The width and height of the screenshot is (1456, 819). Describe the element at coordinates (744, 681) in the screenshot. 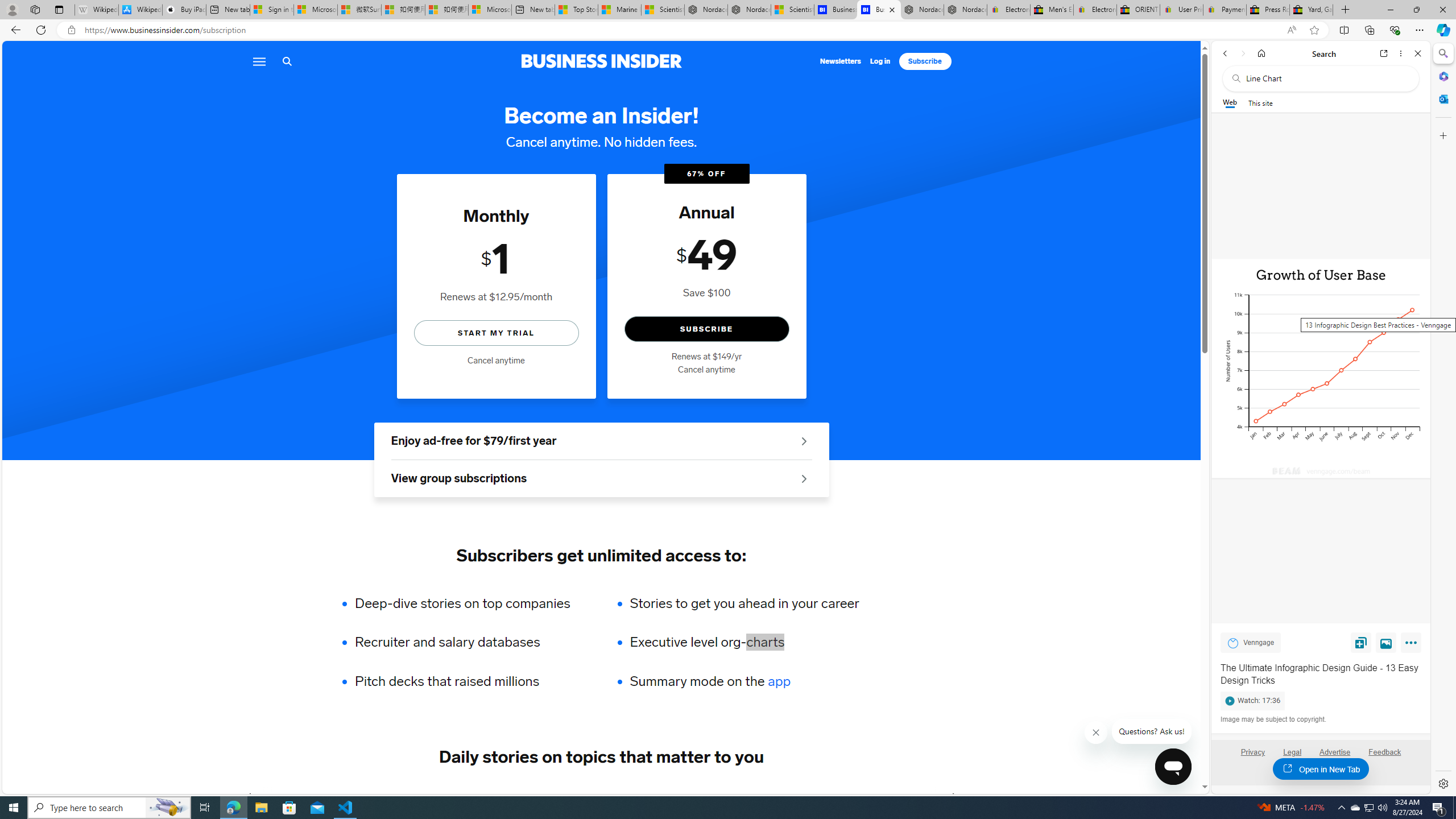

I see `'Summary mode on the app'` at that location.